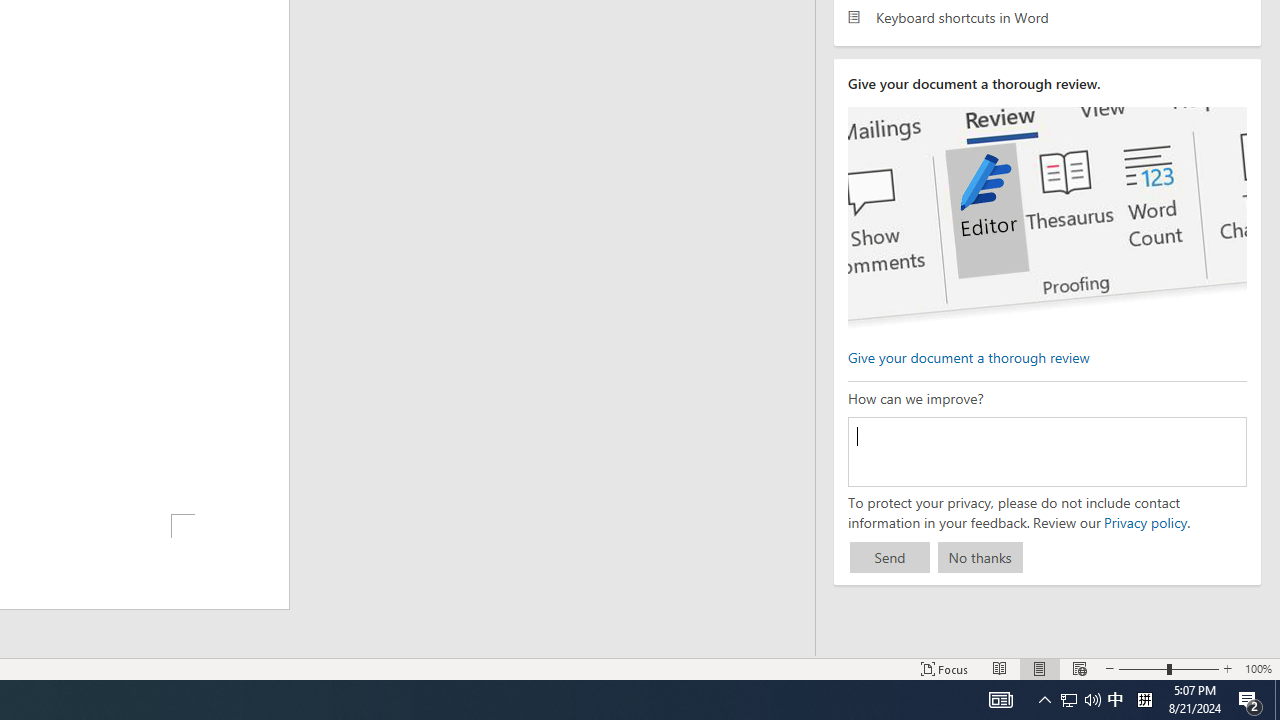 The width and height of the screenshot is (1280, 720). Describe the element at coordinates (889, 557) in the screenshot. I see `'Send'` at that location.